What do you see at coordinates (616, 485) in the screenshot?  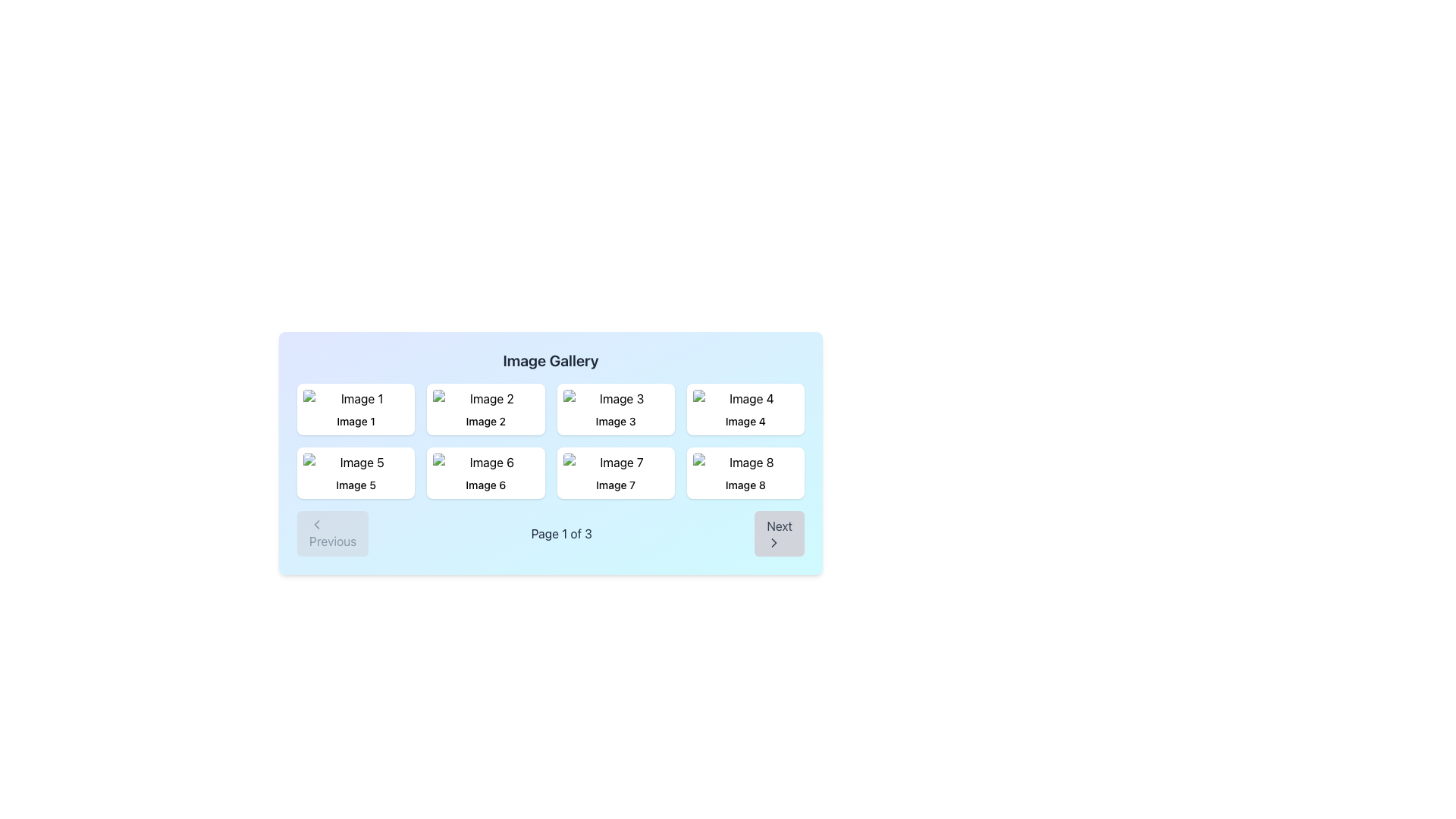 I see `text content of the label associated with 'Image 7', located in the middle row, fourth column of the grid layout` at bounding box center [616, 485].